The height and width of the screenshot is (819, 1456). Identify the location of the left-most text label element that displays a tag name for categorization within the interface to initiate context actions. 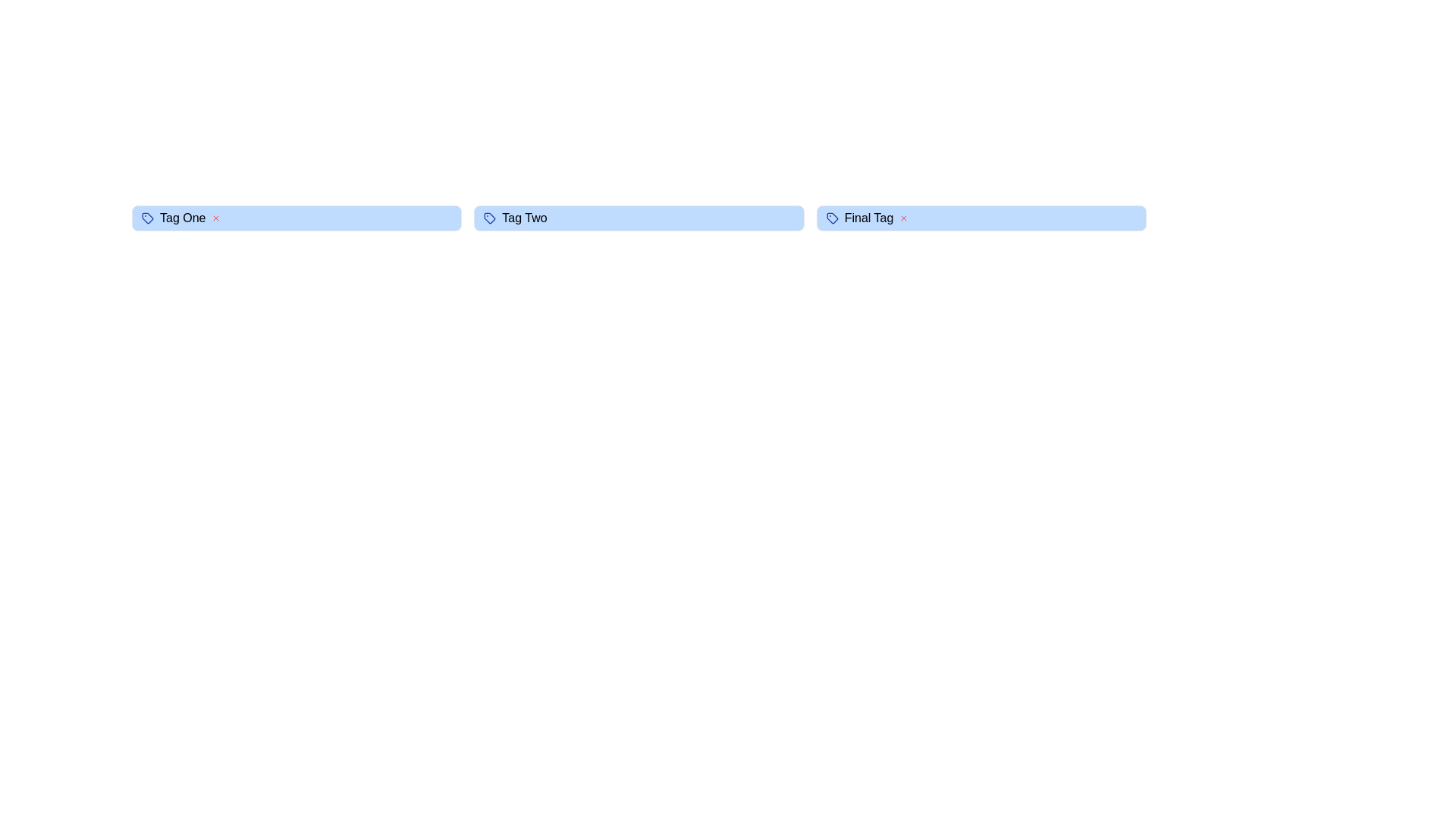
(182, 218).